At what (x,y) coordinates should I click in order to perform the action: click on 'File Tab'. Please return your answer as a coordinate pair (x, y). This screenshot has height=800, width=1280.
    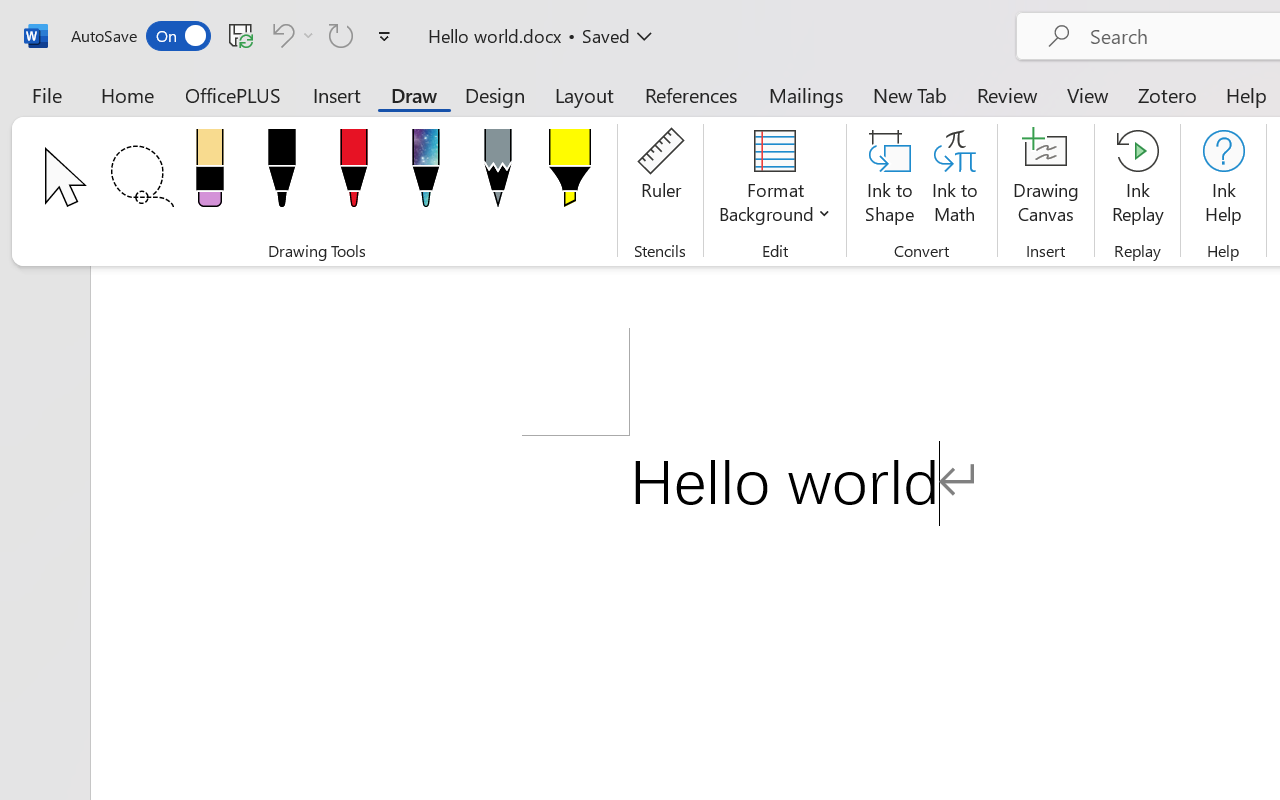
    Looking at the image, I should click on (46, 94).